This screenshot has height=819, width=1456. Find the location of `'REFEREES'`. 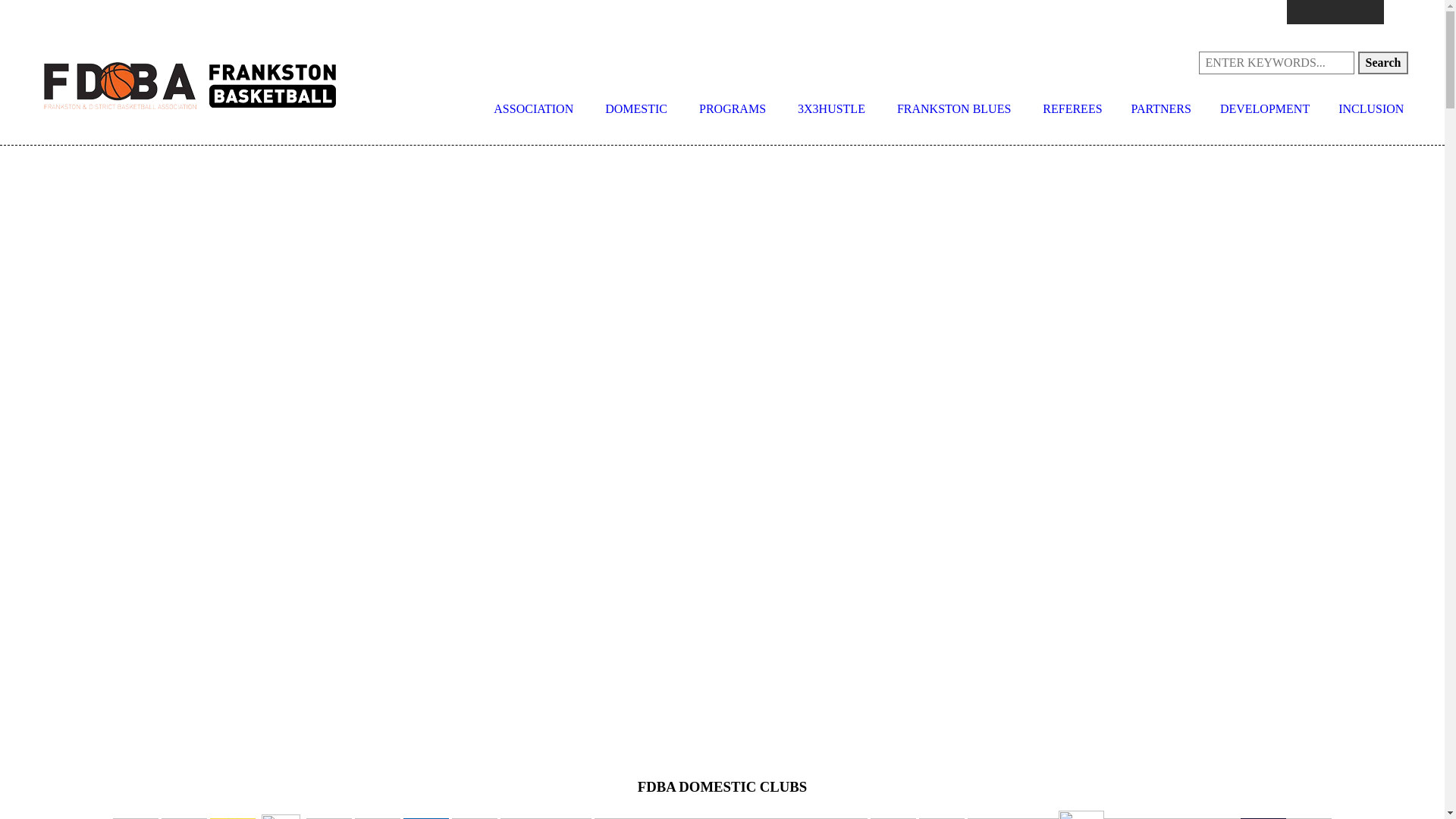

'REFEREES' is located at coordinates (1072, 108).